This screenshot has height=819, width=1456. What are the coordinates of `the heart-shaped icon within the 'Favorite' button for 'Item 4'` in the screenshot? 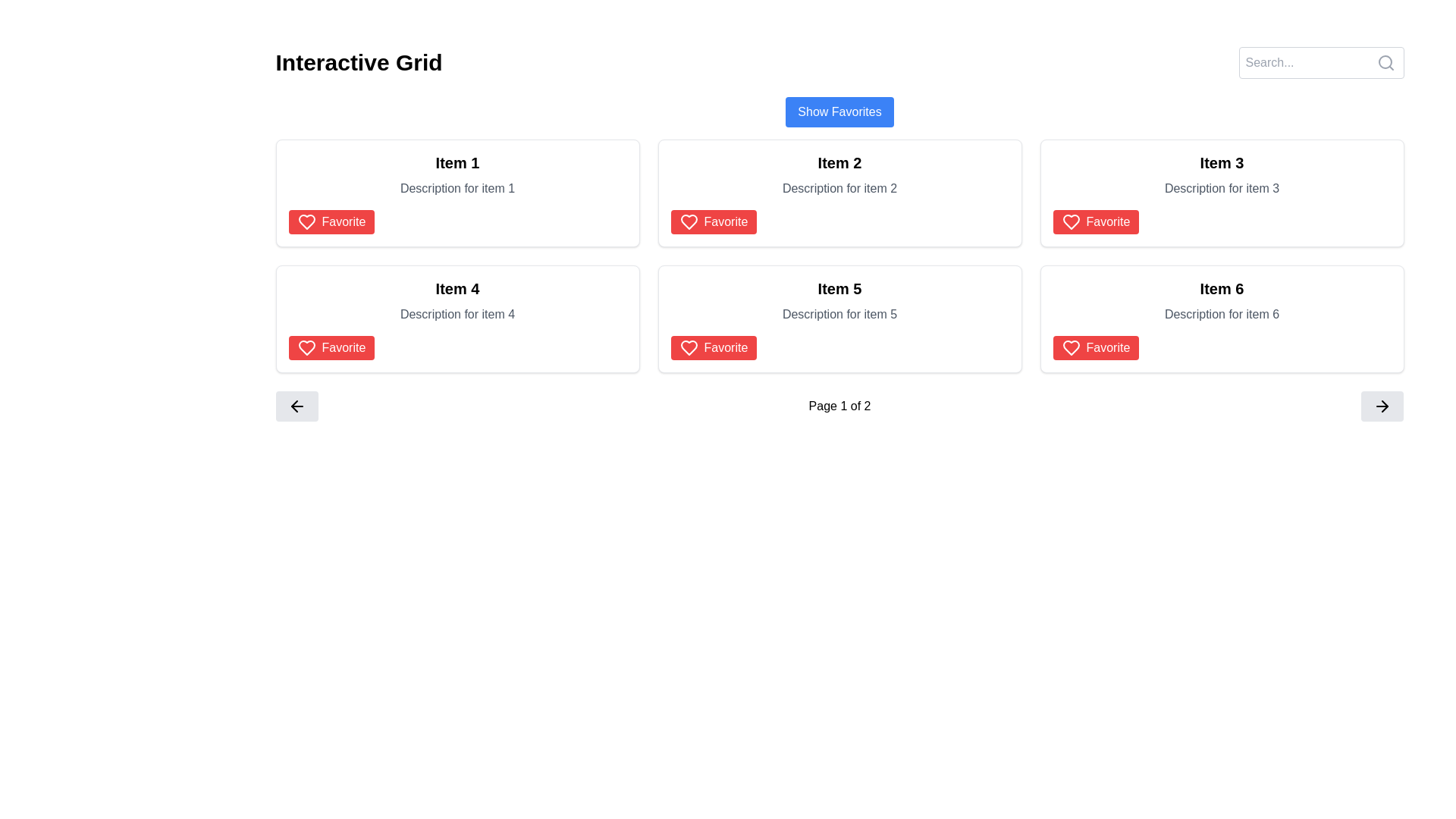 It's located at (306, 222).